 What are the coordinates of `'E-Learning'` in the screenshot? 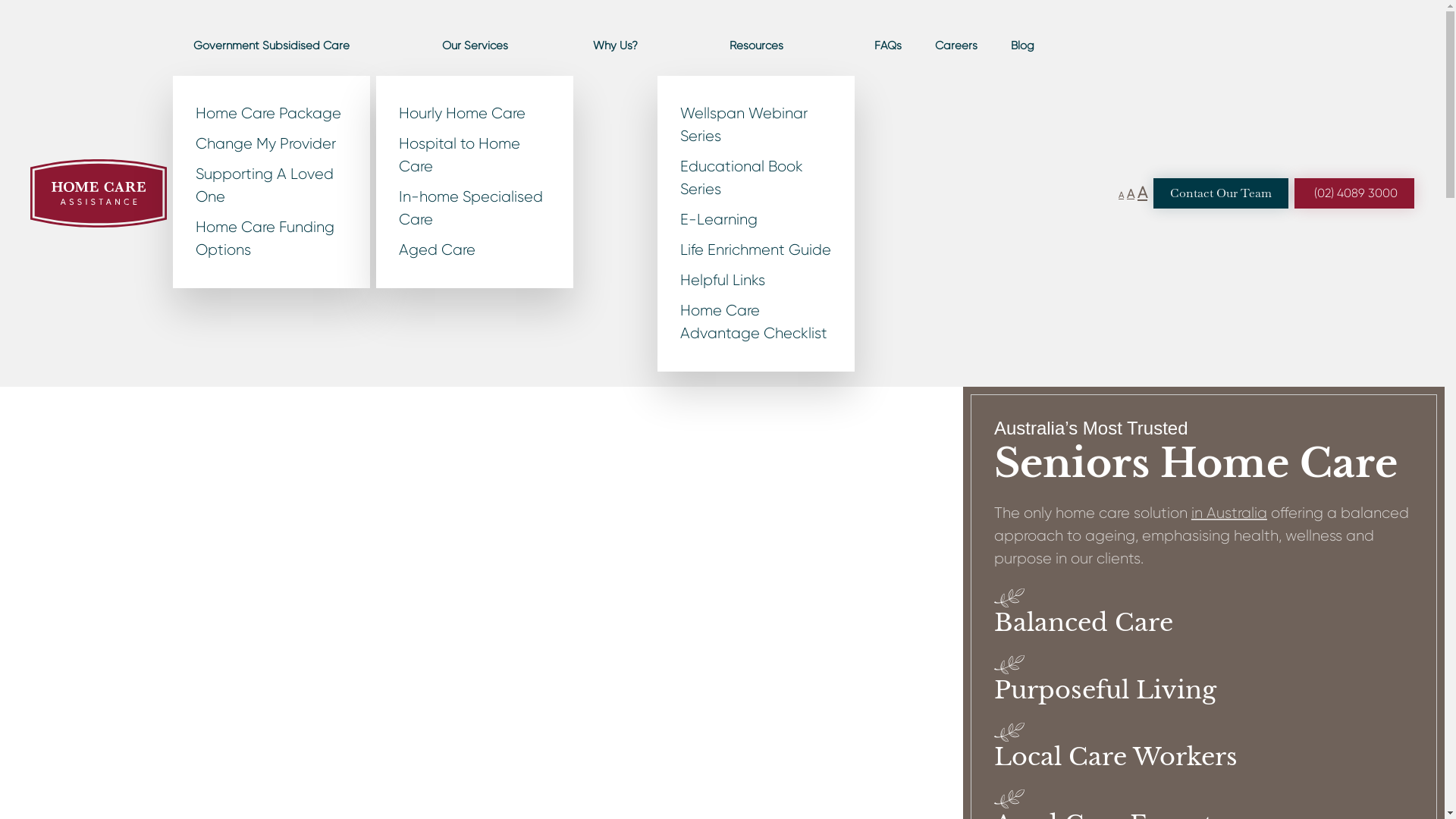 It's located at (756, 219).